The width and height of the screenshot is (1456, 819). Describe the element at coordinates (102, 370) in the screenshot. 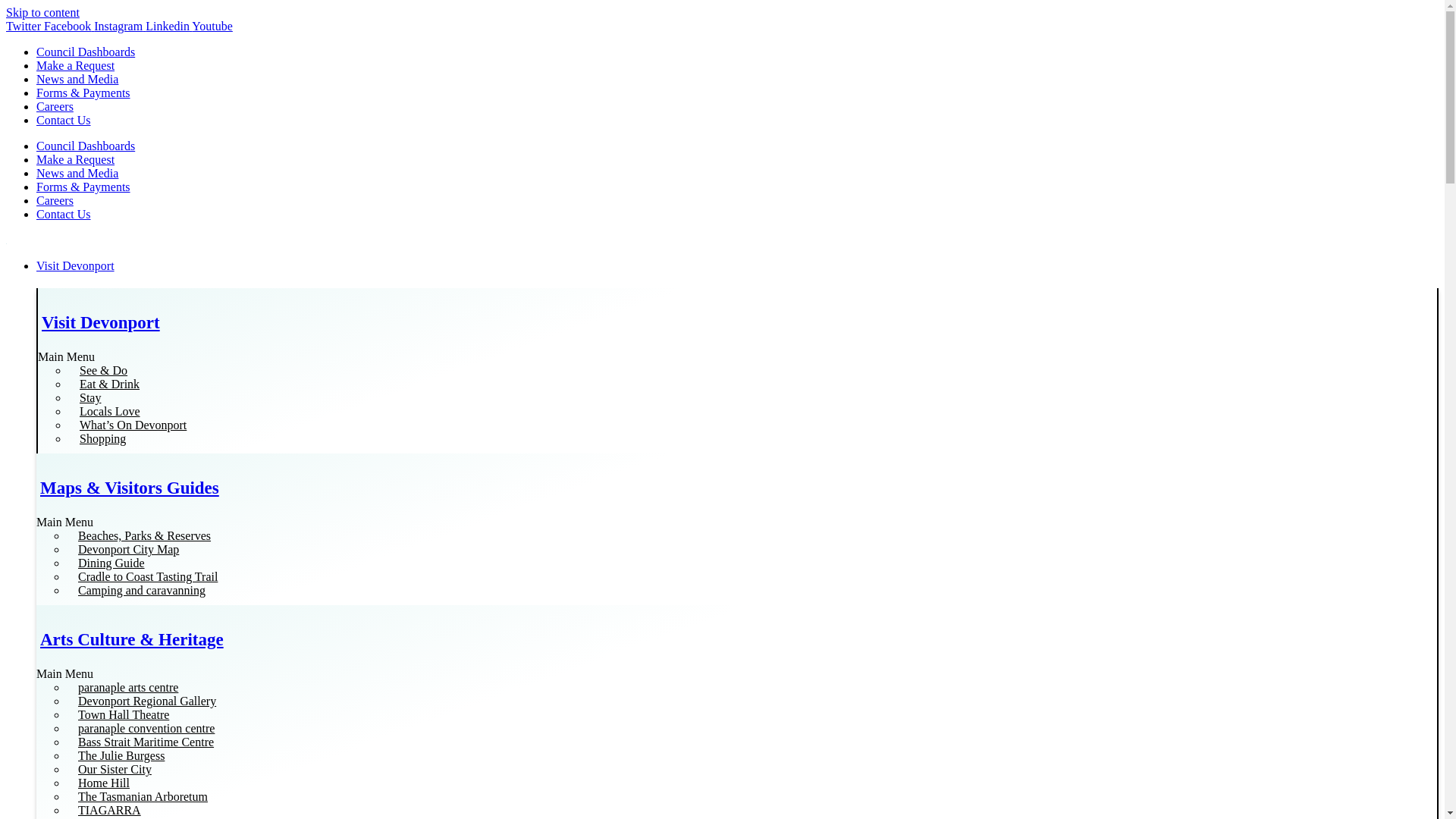

I see `'See & Do'` at that location.